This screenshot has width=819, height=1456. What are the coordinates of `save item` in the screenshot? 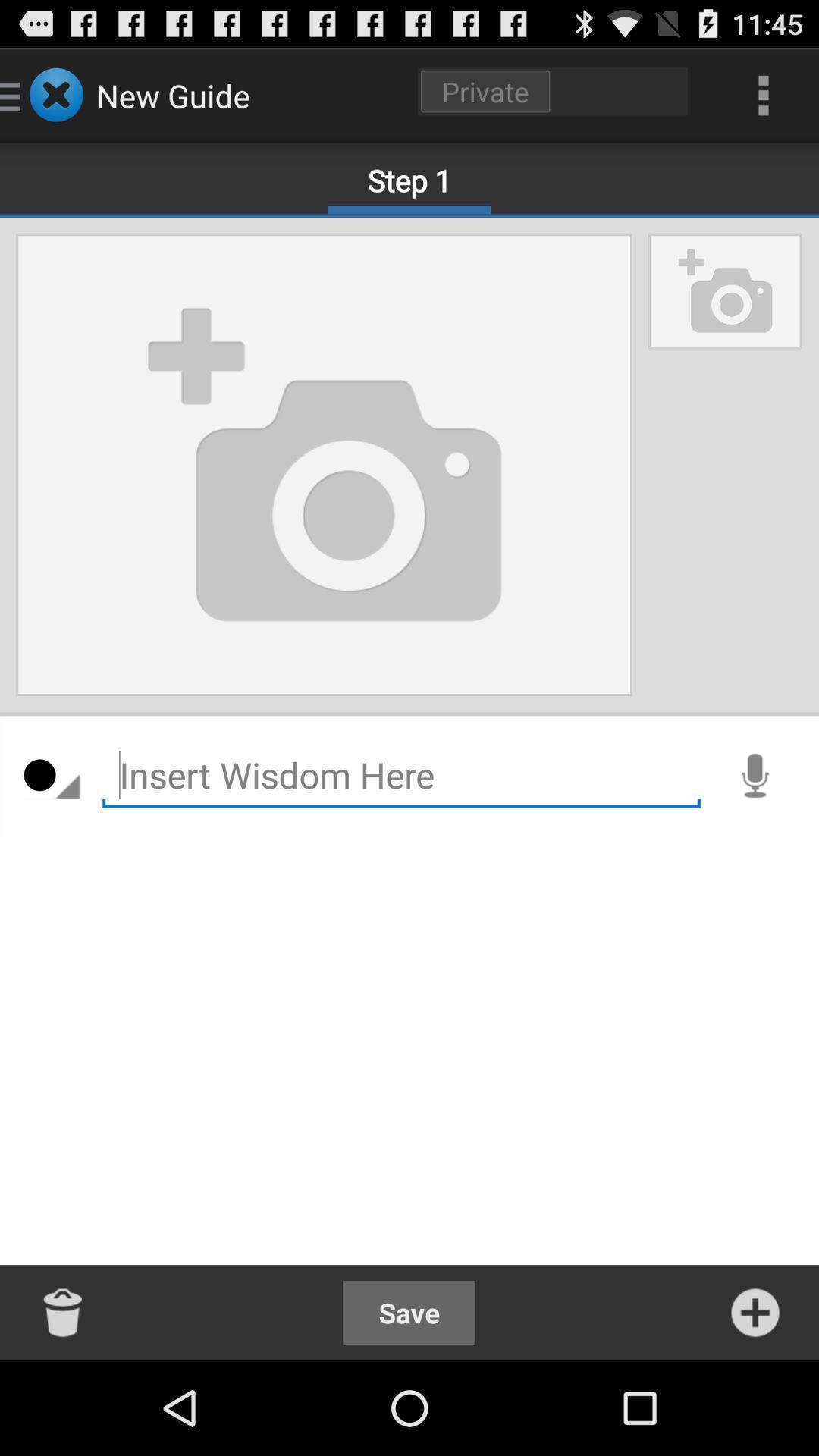 It's located at (408, 1312).